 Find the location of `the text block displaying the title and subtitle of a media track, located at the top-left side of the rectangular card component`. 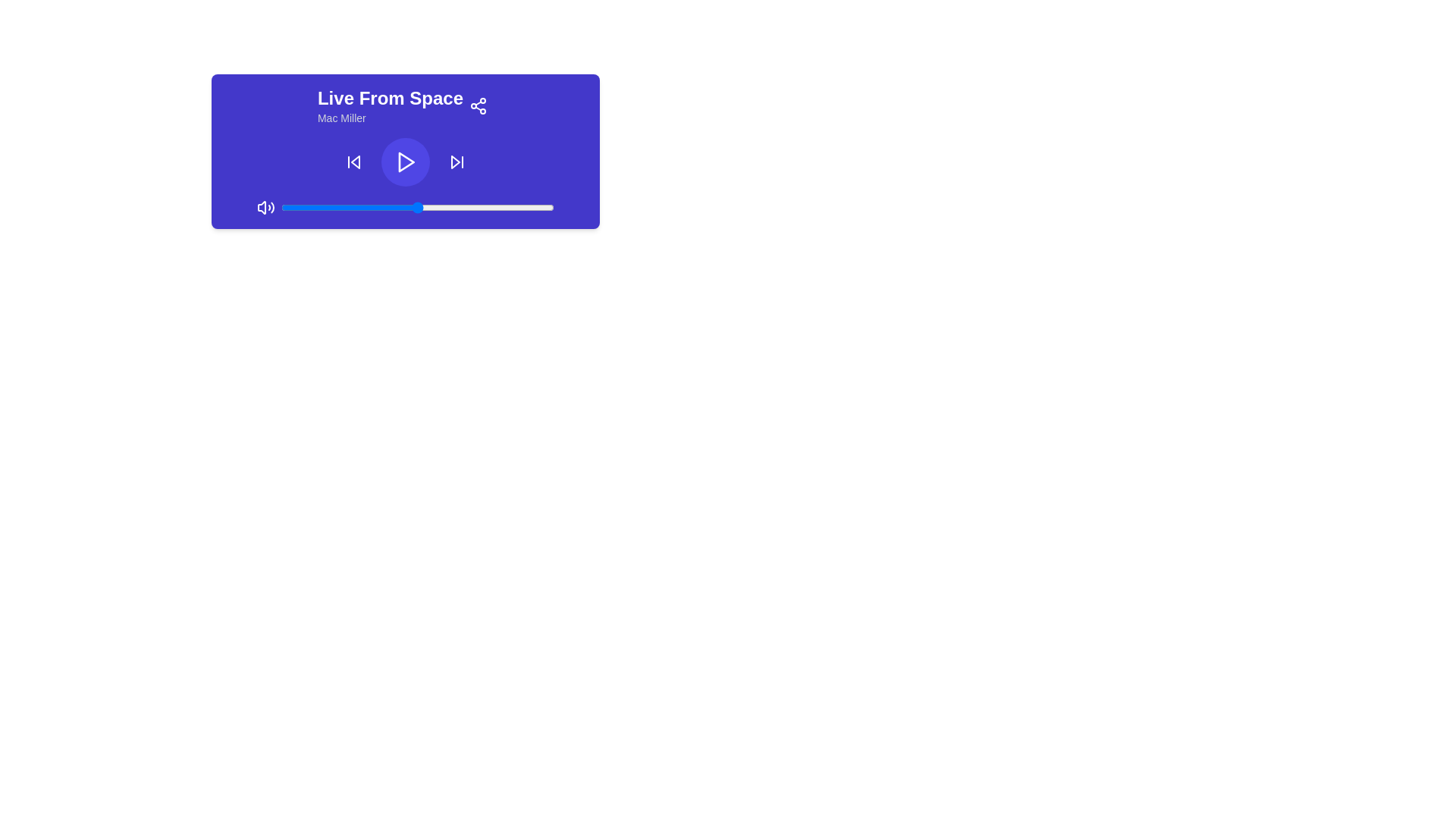

the text block displaying the title and subtitle of a media track, located at the top-left side of the rectangular card component is located at coordinates (390, 105).